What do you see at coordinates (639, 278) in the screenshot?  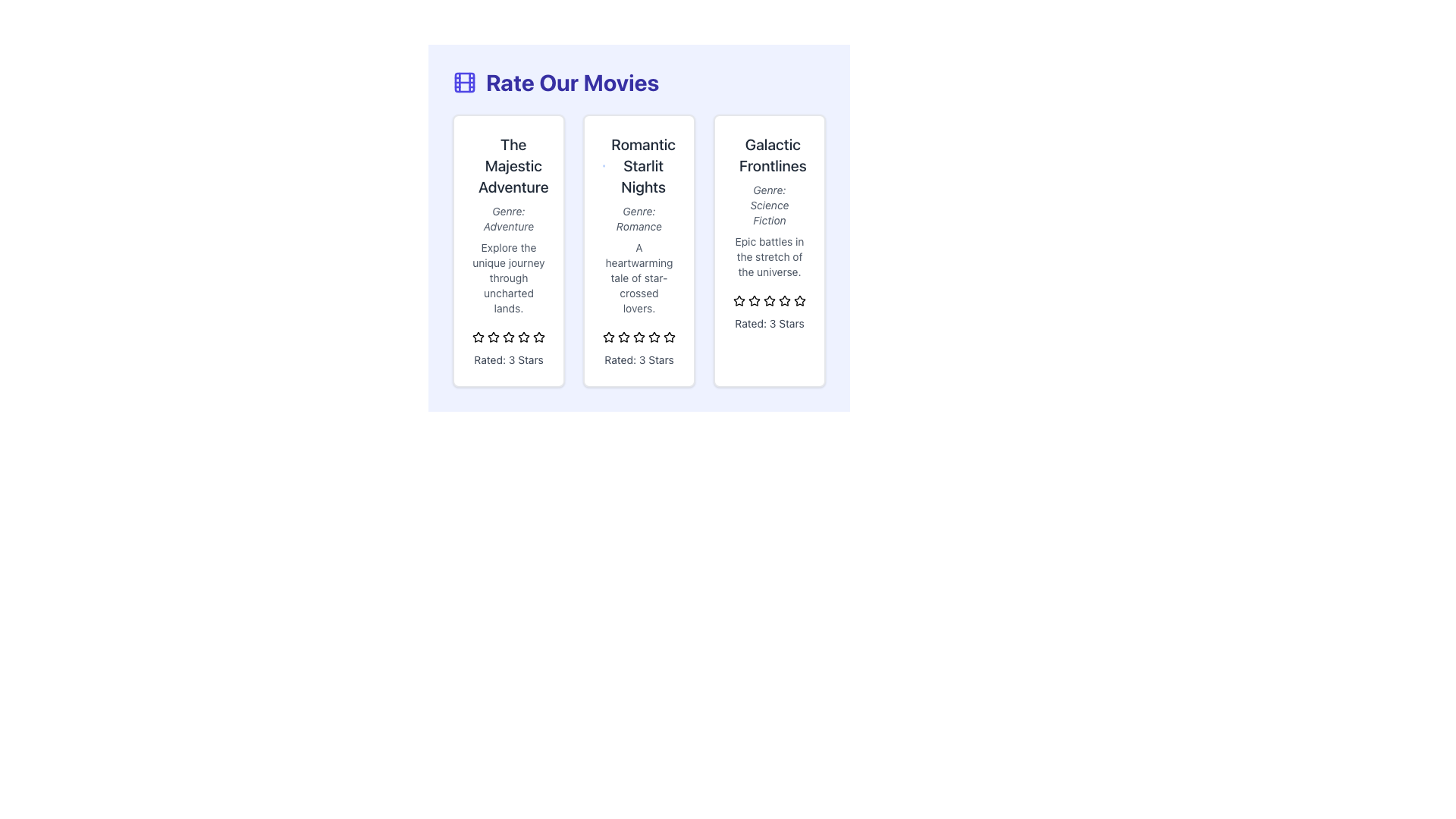 I see `description text block for the movie 'Romantic Starlit Nights', which is located below the 'Genre: Romance' line and above the star rating section` at bounding box center [639, 278].